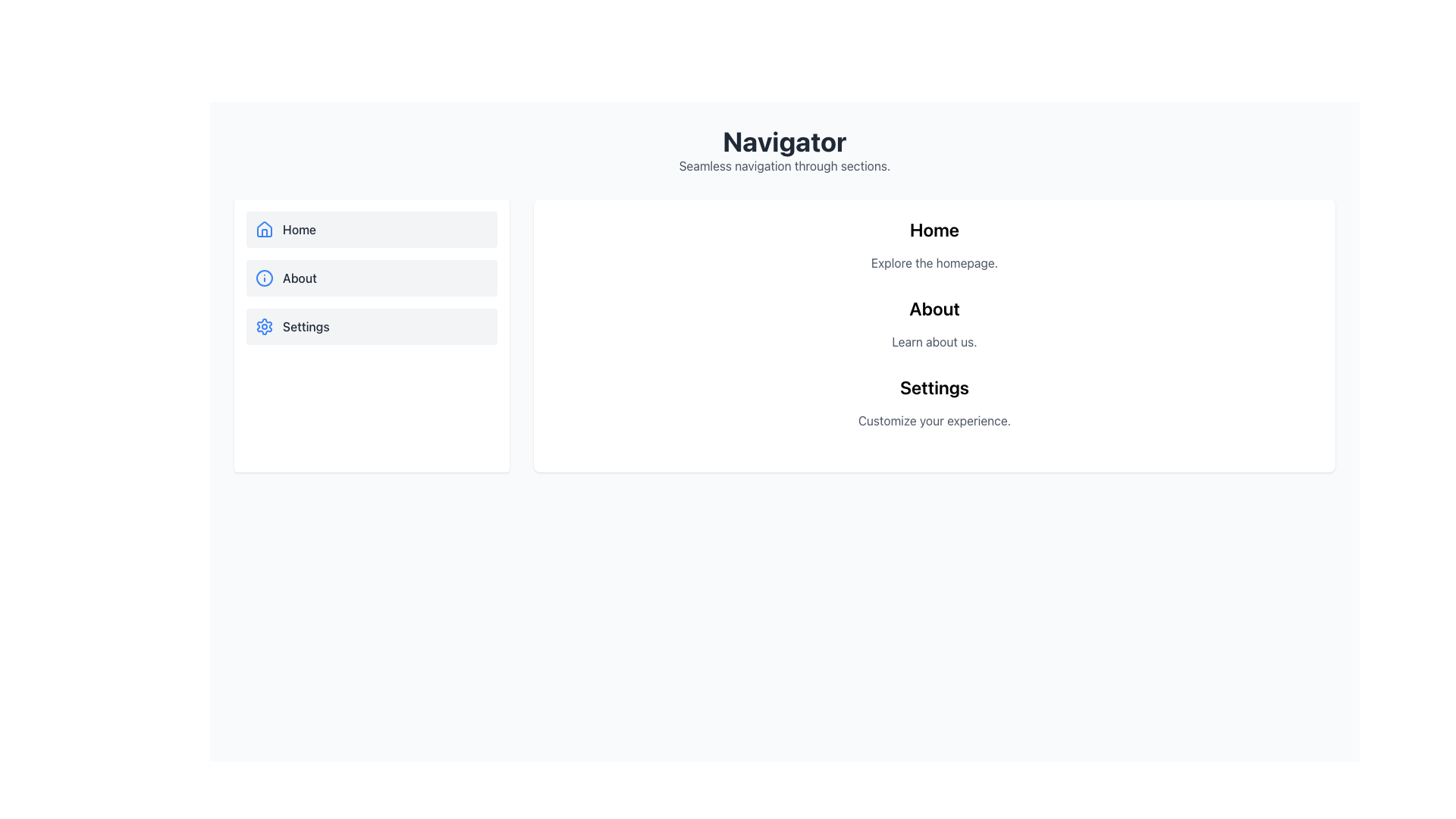 This screenshot has height=819, width=1456. I want to click on the circular icon representing the 'About' menu option in the sidebar navigation menu, so click(265, 278).